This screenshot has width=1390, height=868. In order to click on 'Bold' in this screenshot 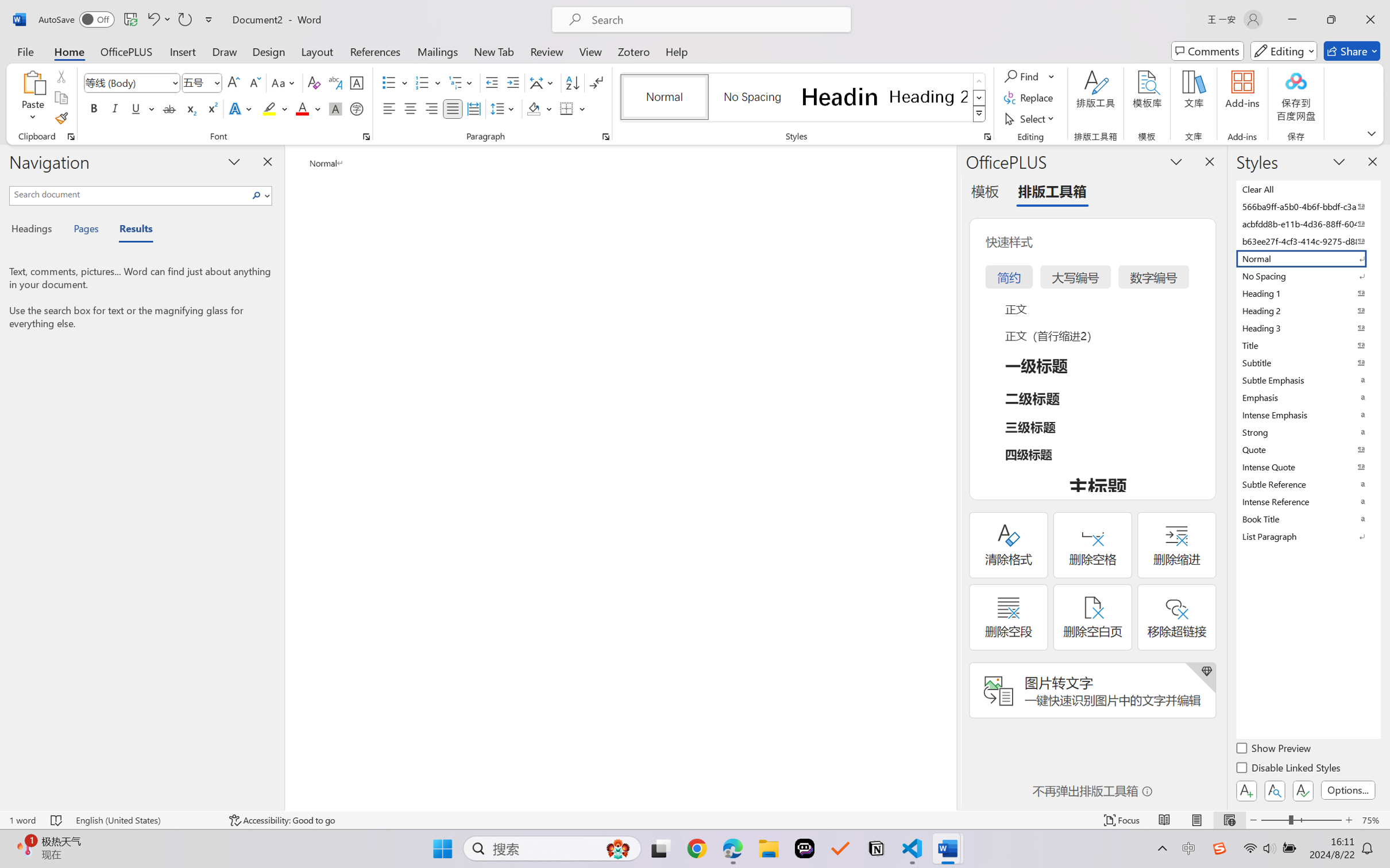, I will do `click(94, 108)`.